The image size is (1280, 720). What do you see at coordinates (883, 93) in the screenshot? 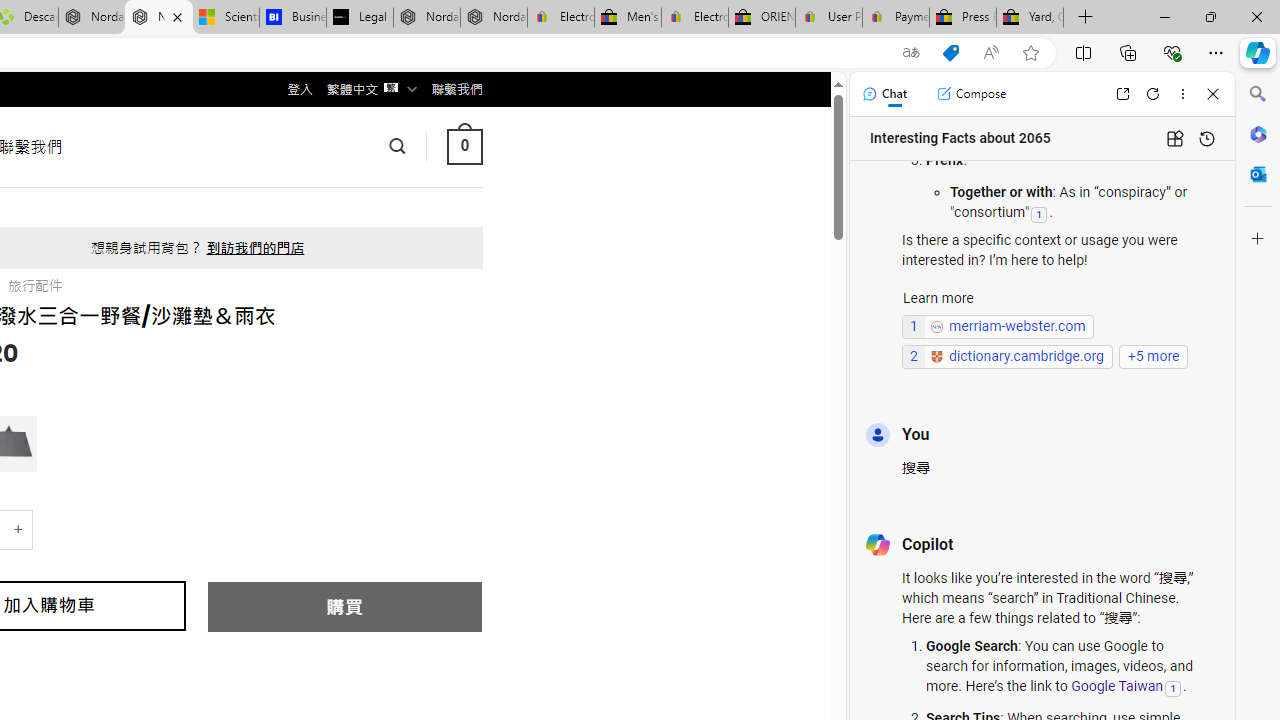
I see `'Chat'` at bounding box center [883, 93].